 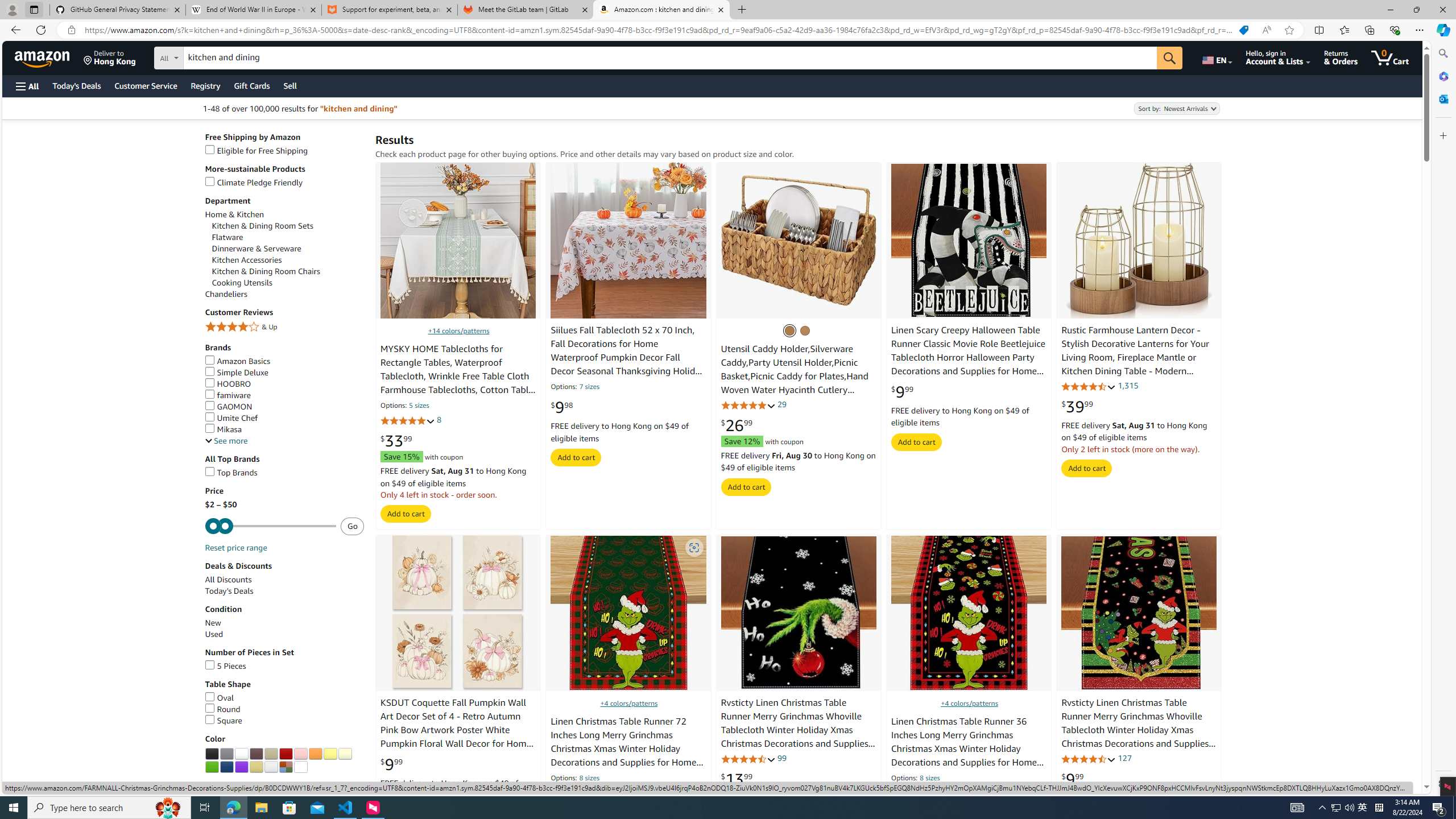 I want to click on 'AutomationID: p_n_feature_twenty_browse-bin/3254110011', so click(x=241, y=767).